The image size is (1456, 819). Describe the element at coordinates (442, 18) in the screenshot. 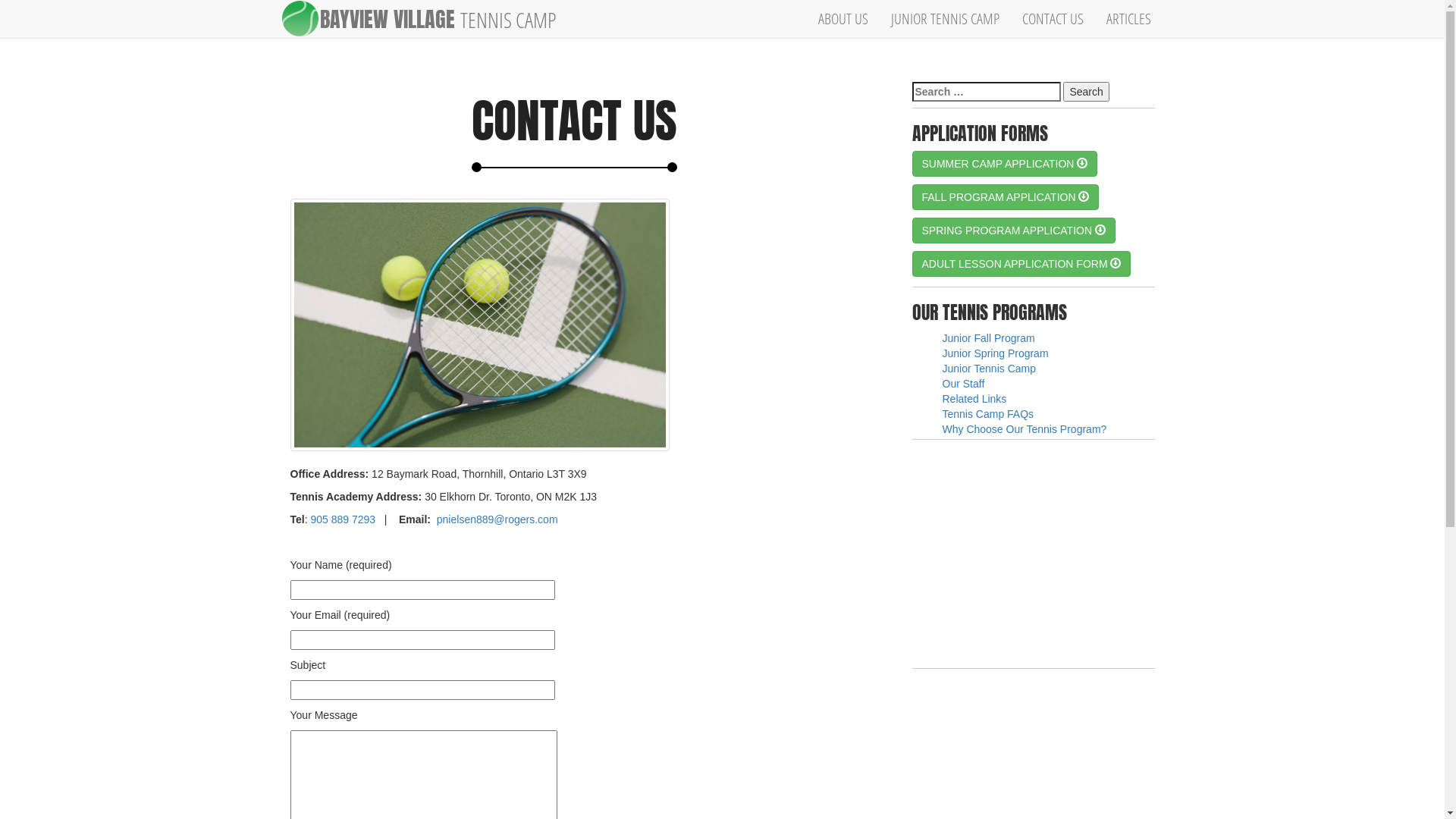

I see `'BAYVIEW VILLAGE TENNIS CAMP'` at that location.